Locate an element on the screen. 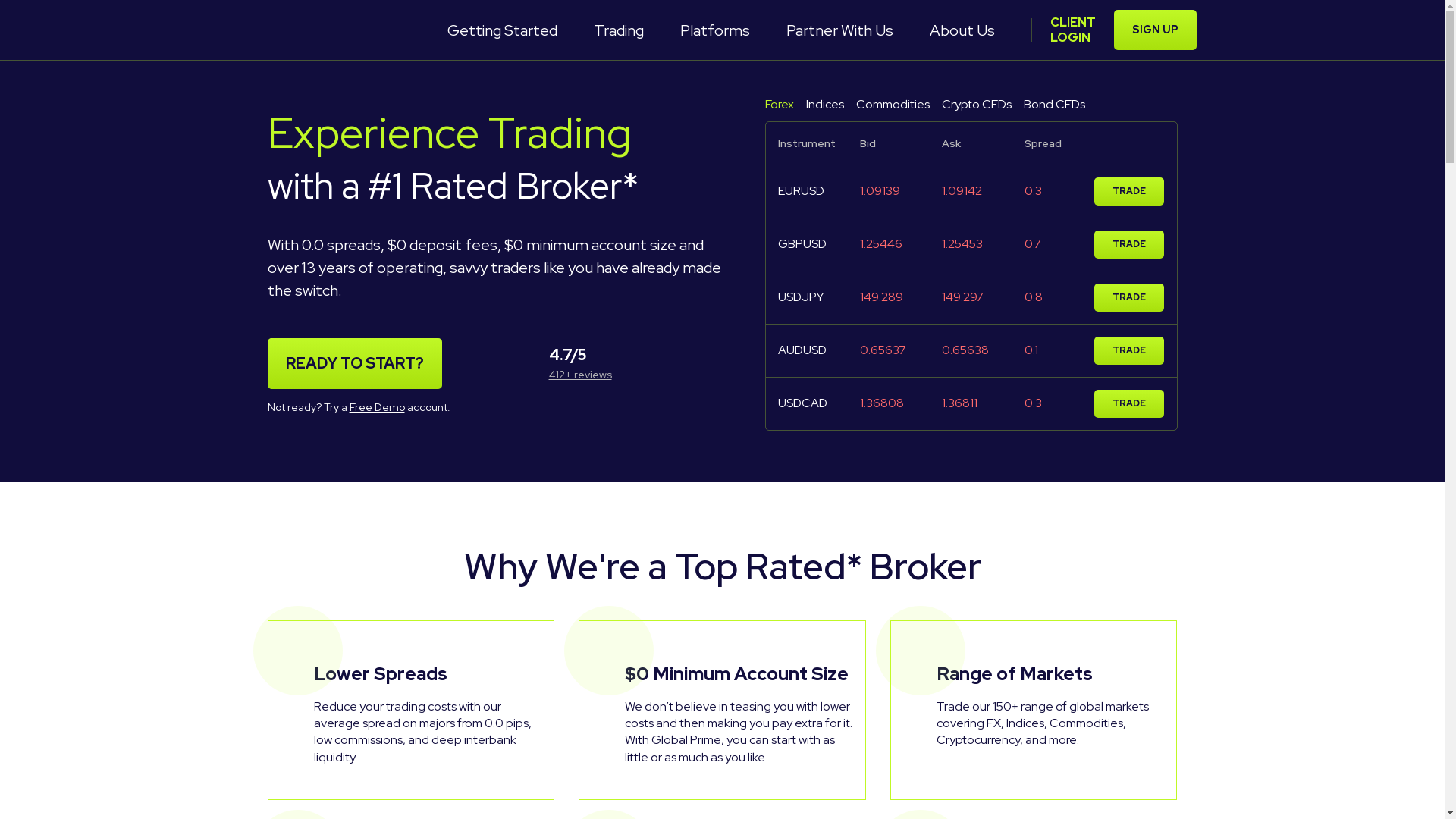 This screenshot has height=819, width=1456. 'Commodities' is located at coordinates (892, 104).